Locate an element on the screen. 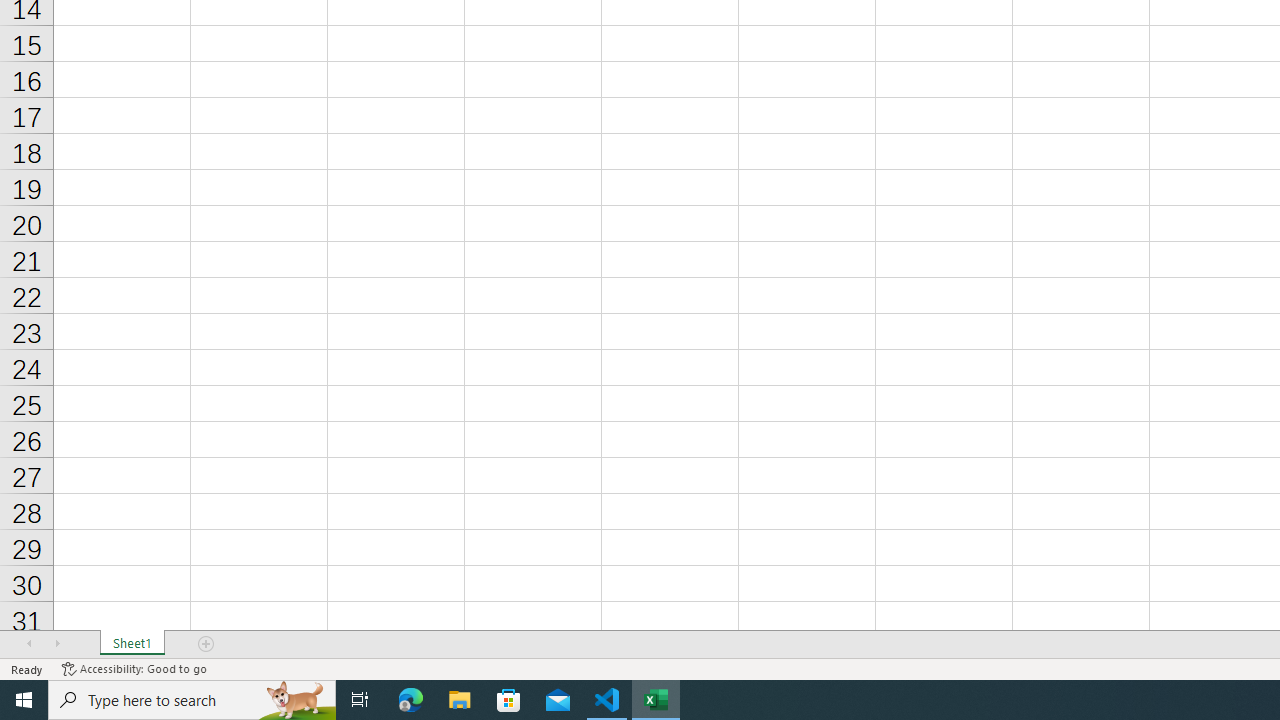 This screenshot has height=720, width=1280. 'Sheet1' is located at coordinates (131, 644).